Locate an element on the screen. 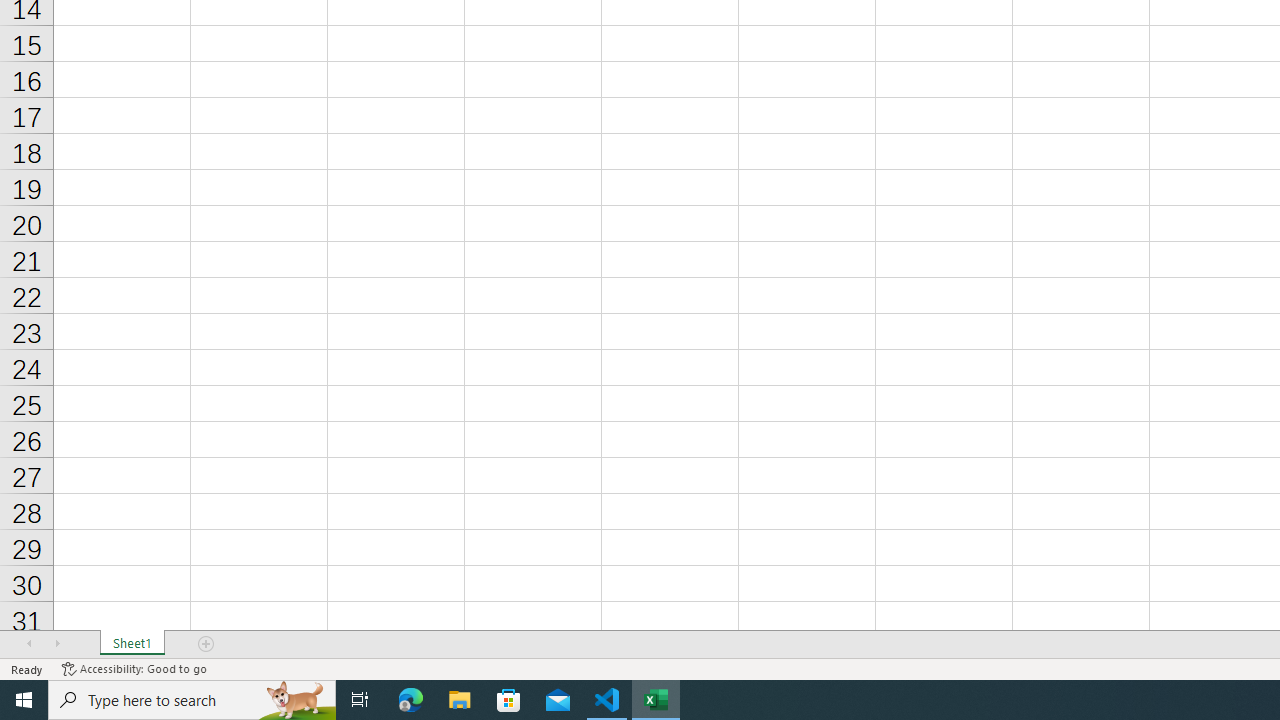 This screenshot has height=720, width=1280. 'Sheet1' is located at coordinates (131, 644).